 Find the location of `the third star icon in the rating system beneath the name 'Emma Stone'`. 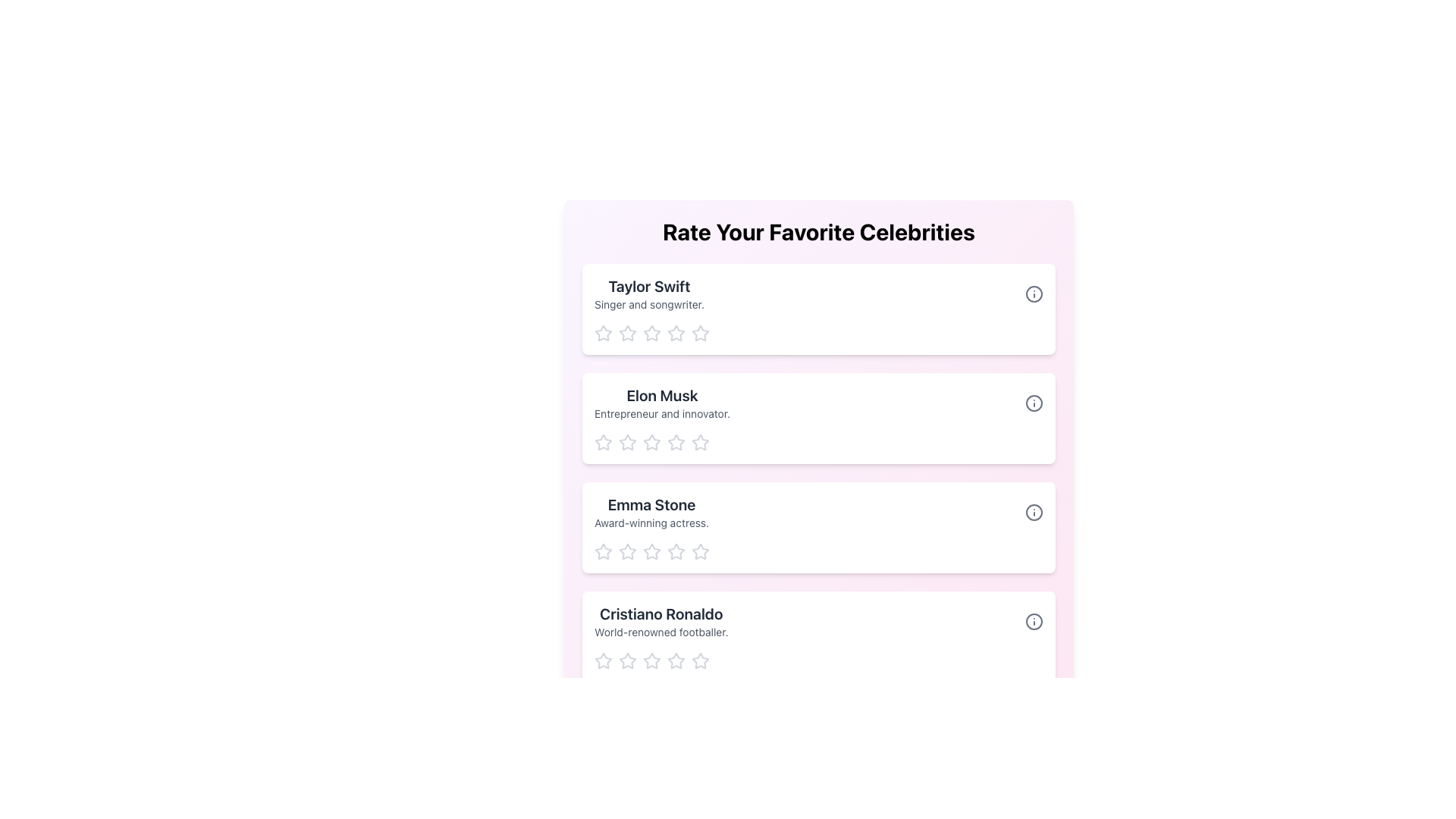

the third star icon in the rating system beneath the name 'Emma Stone' is located at coordinates (700, 551).